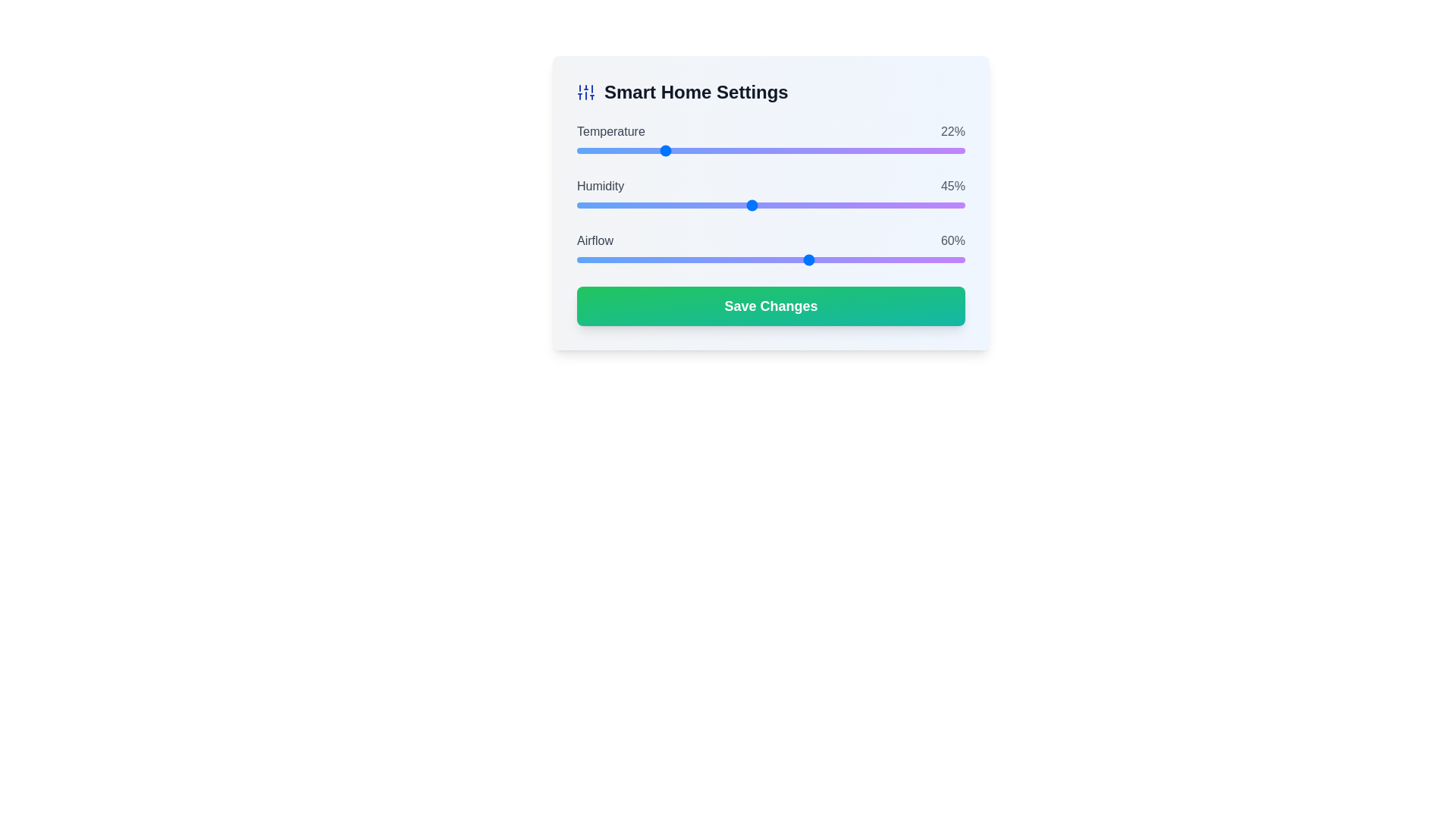 Image resolution: width=1456 pixels, height=819 pixels. Describe the element at coordinates (658, 151) in the screenshot. I see `the slider` at that location.